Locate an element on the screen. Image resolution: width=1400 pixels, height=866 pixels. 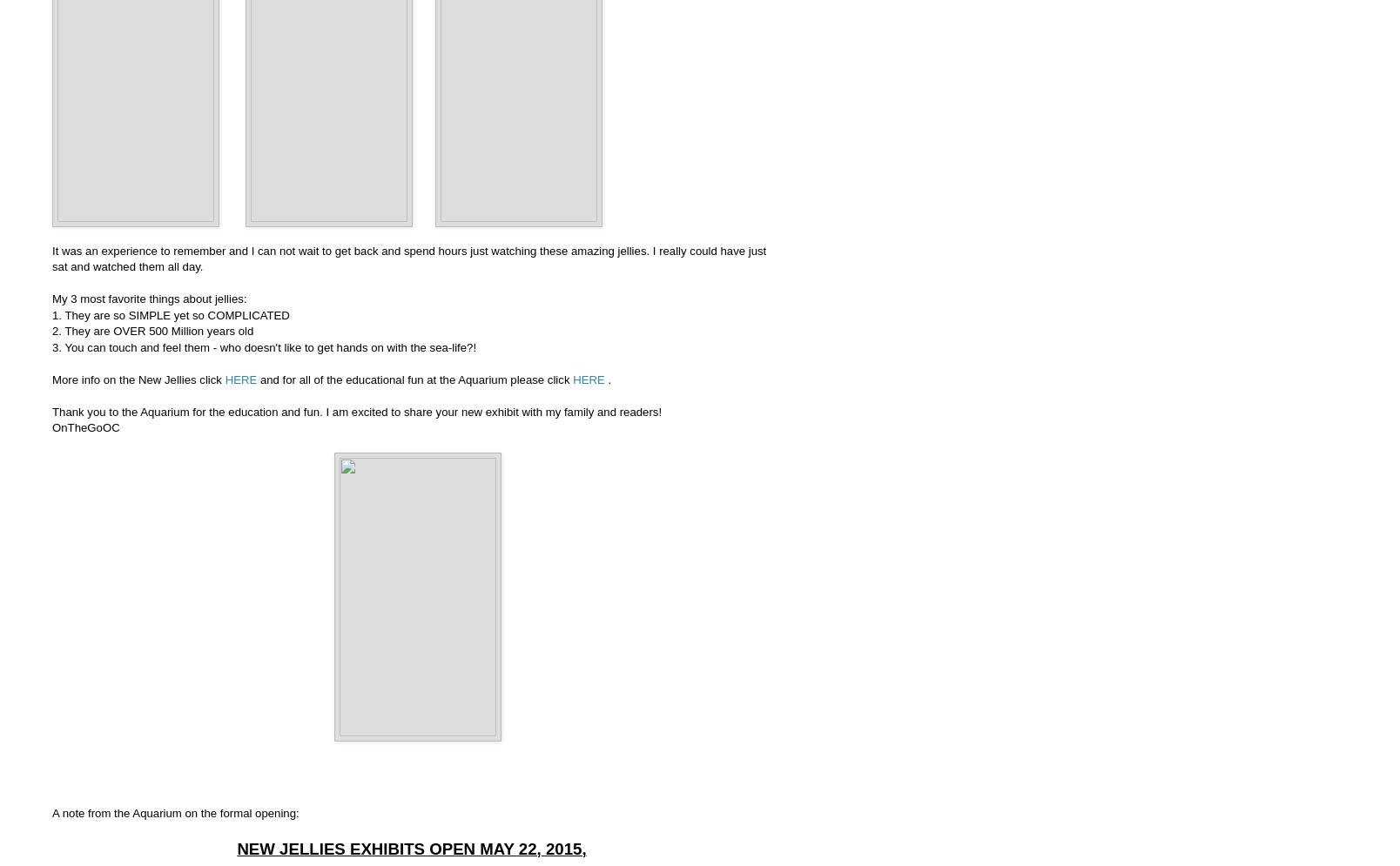
'NEW JELLIES EXHIBITS OPEN MAY 22, 2015,' is located at coordinates (411, 847).